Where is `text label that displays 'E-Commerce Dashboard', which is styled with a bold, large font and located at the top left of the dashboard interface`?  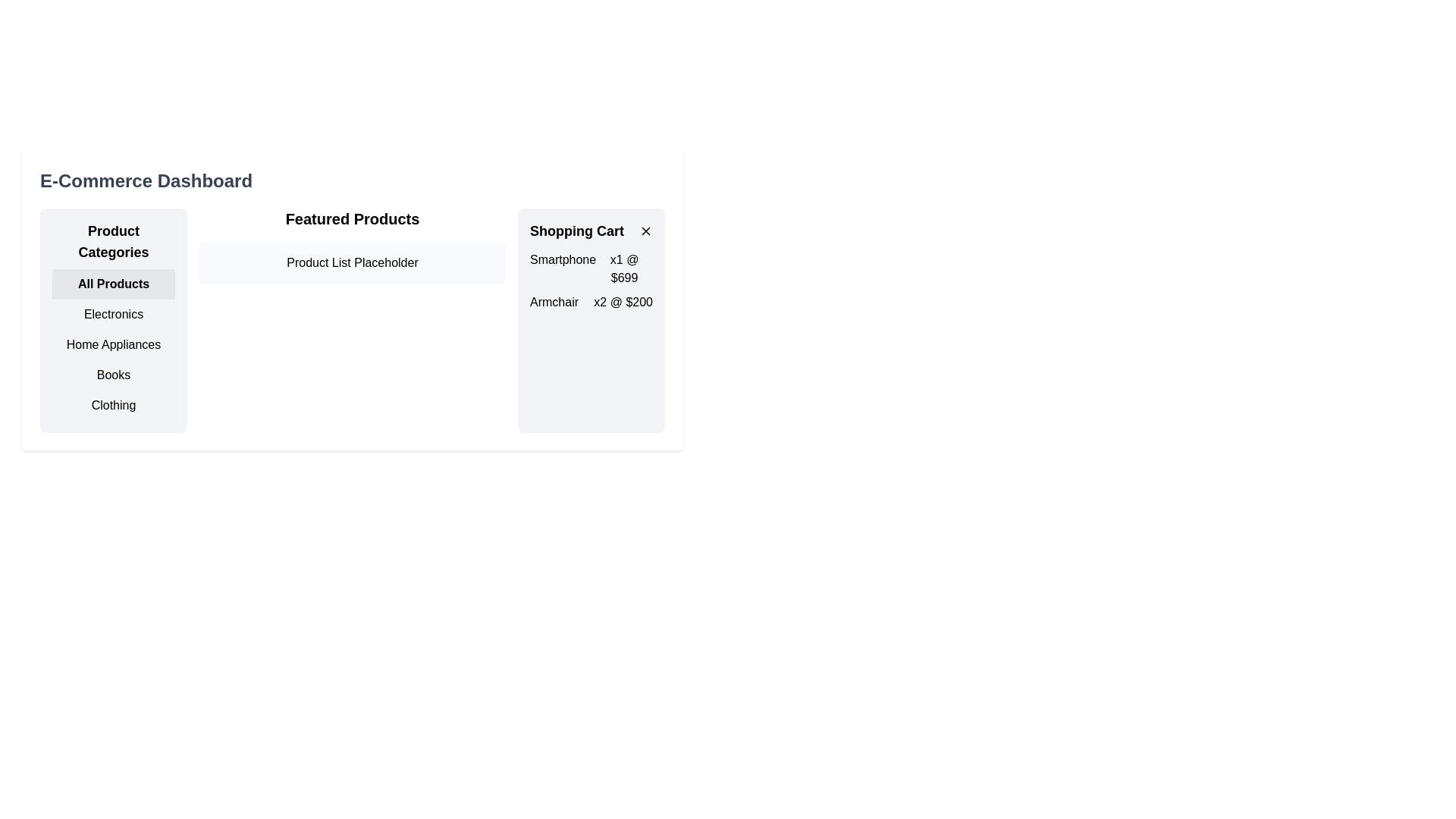
text label that displays 'E-Commerce Dashboard', which is styled with a bold, large font and located at the top left of the dashboard interface is located at coordinates (146, 180).